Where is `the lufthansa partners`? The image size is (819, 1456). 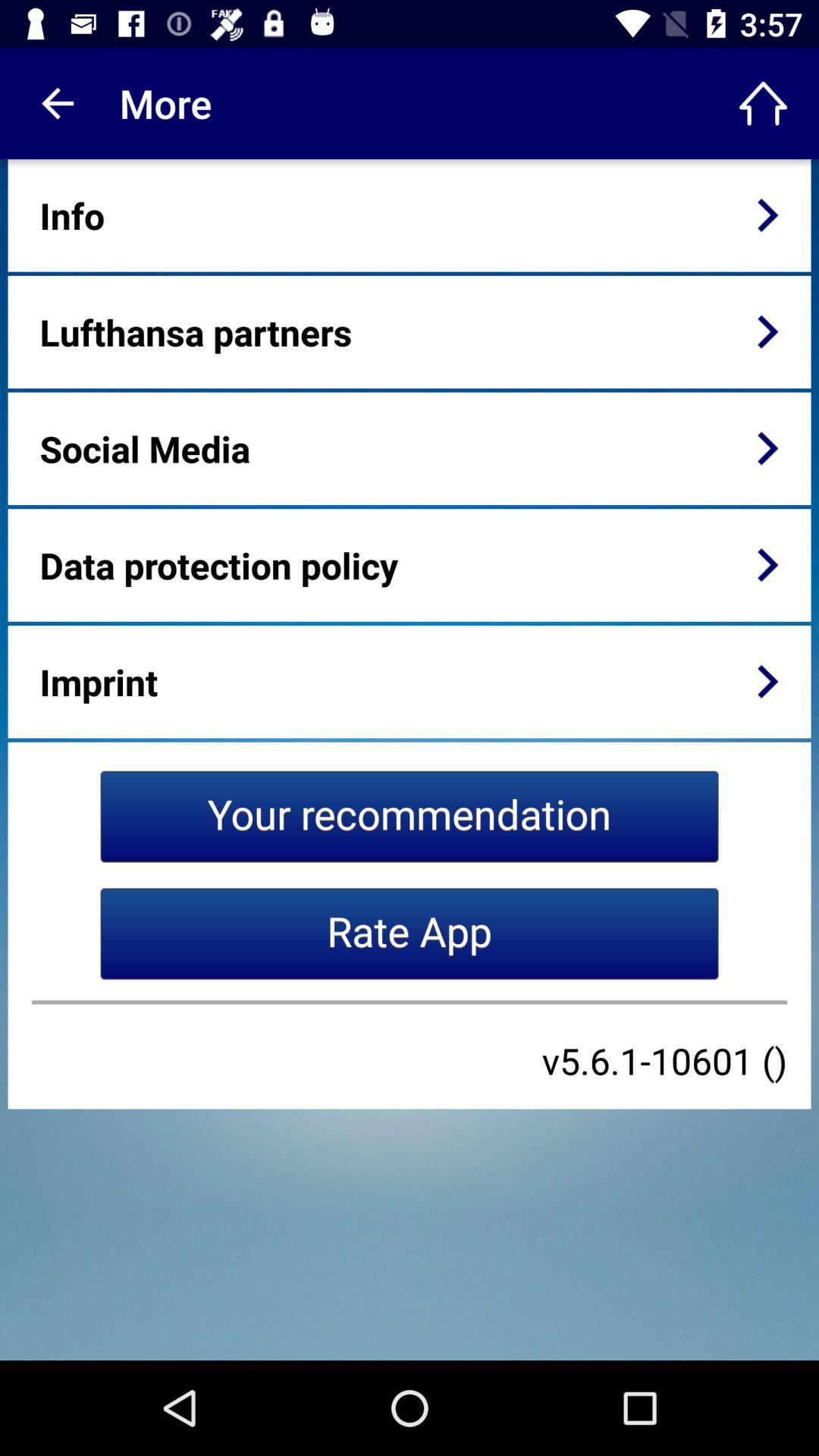 the lufthansa partners is located at coordinates (195, 331).